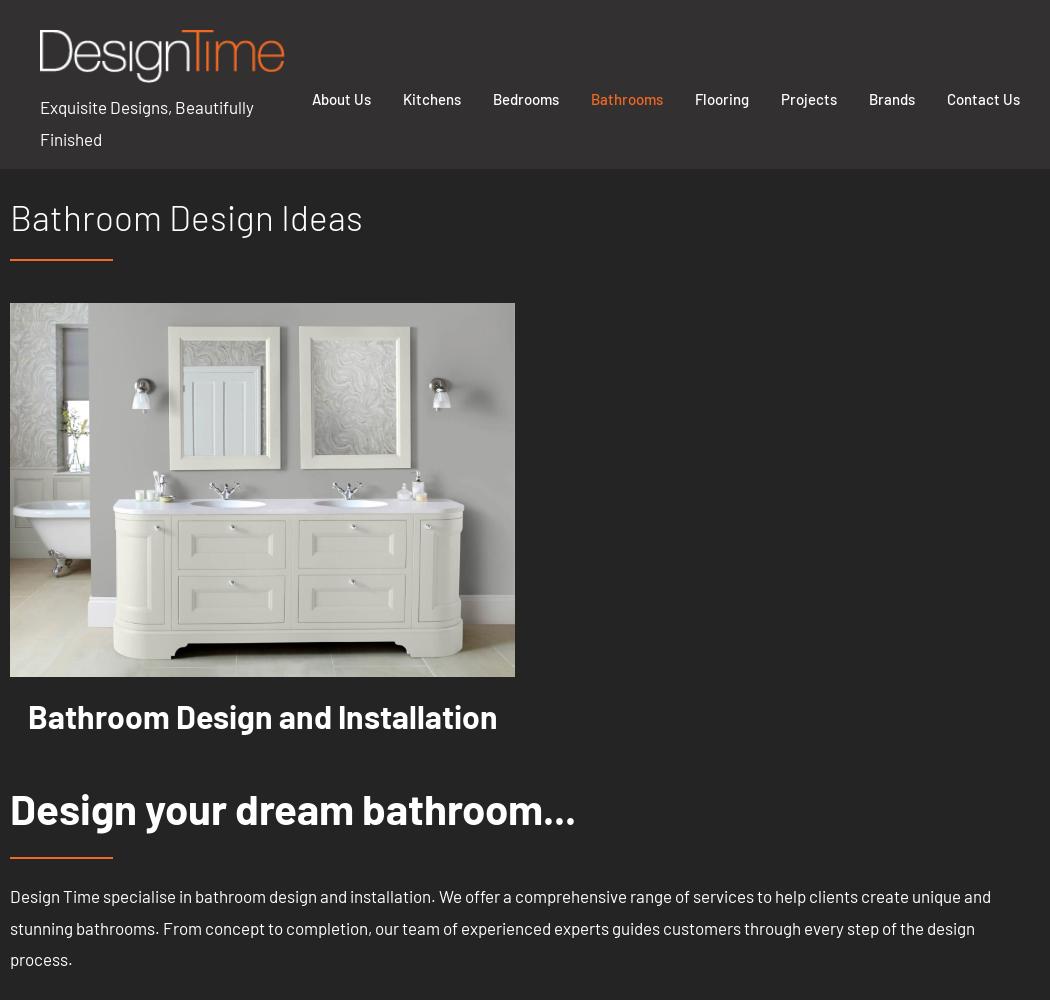 Image resolution: width=1050 pixels, height=1000 pixels. Describe the element at coordinates (261, 714) in the screenshot. I see `'Bathroom Design and Installation'` at that location.